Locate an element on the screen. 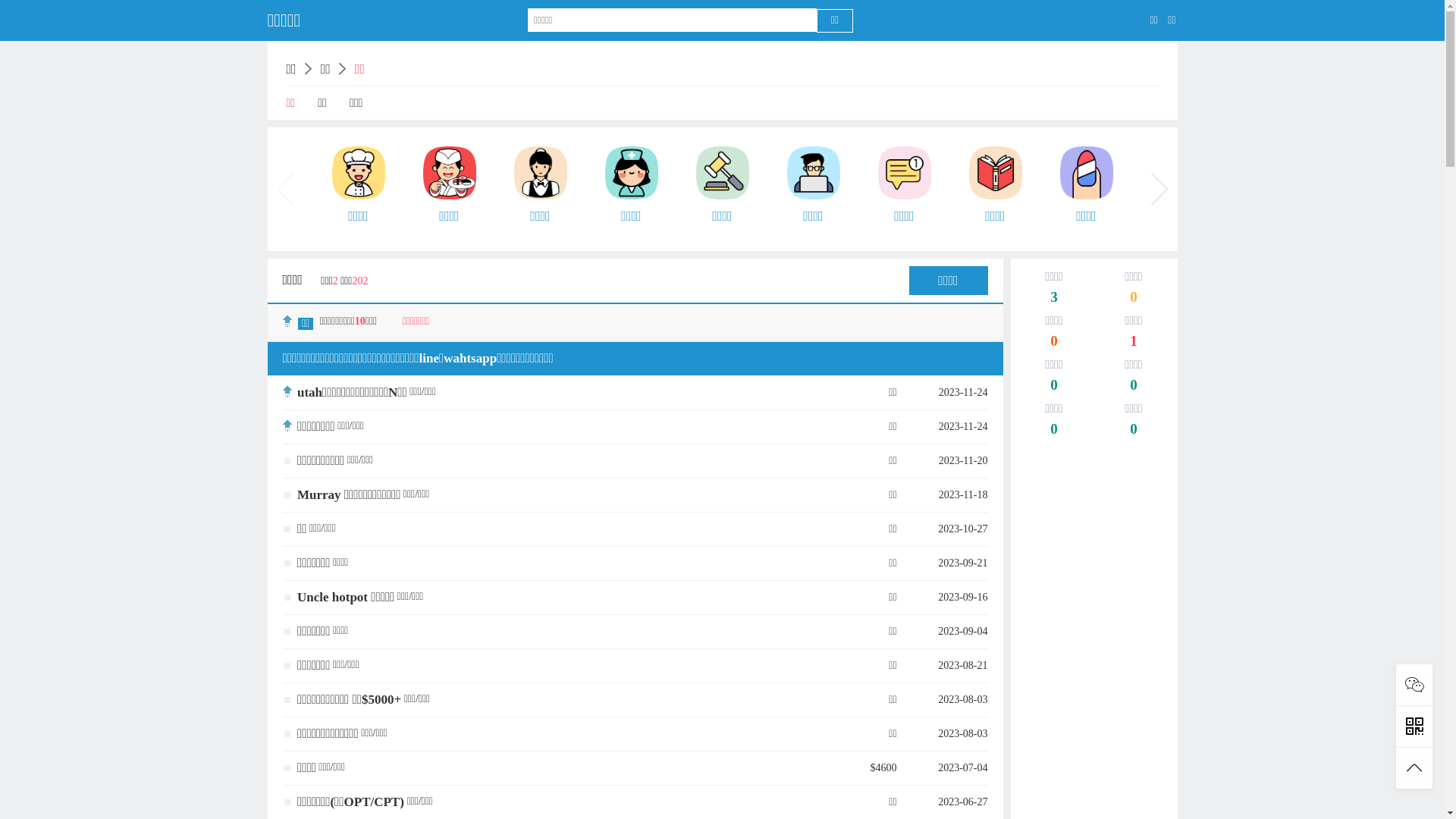 Image resolution: width=1456 pixels, height=819 pixels. '3' is located at coordinates (1053, 298).